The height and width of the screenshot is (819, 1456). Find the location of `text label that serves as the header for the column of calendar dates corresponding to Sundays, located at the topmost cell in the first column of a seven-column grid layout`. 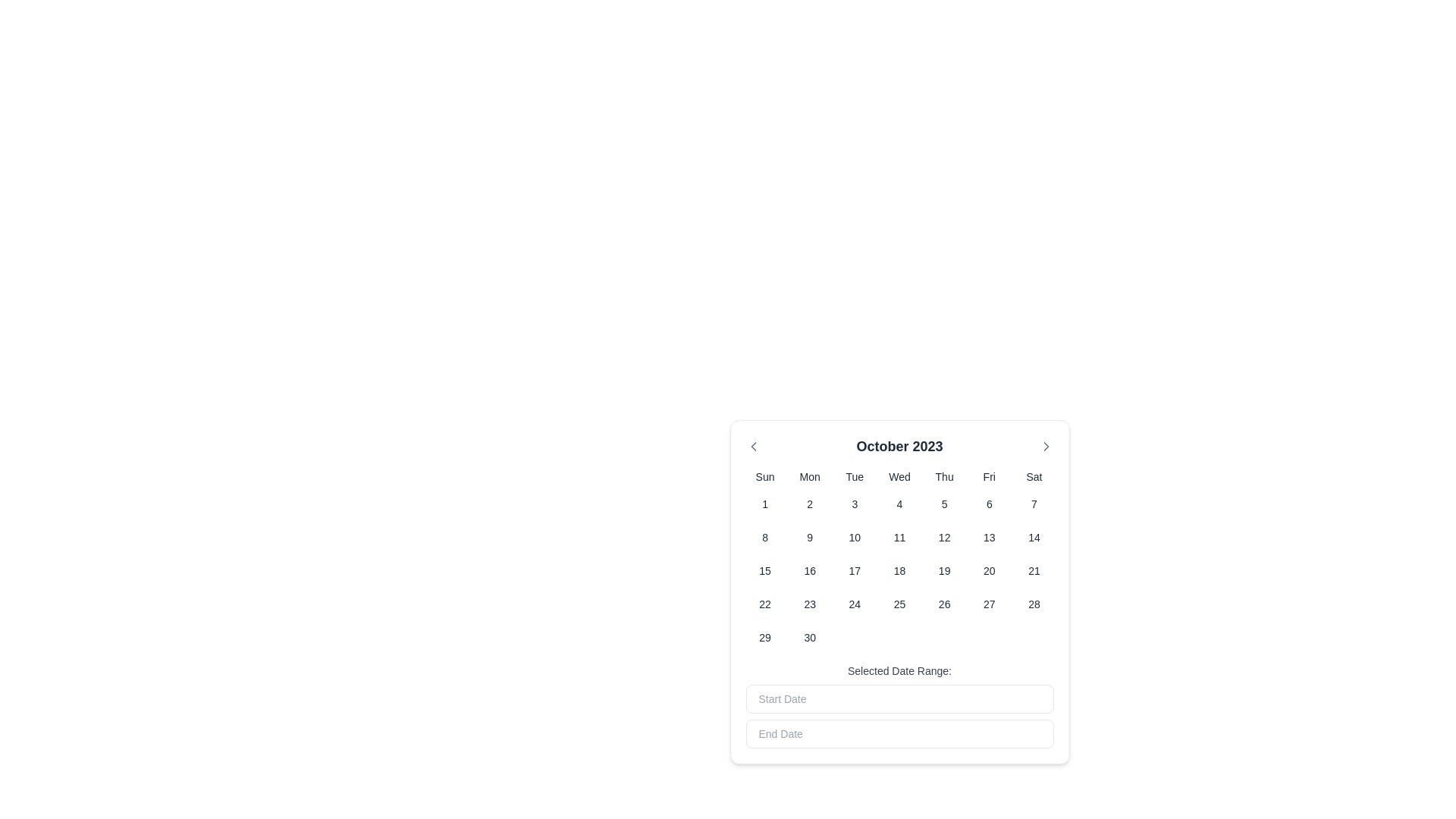

text label that serves as the header for the column of calendar dates corresponding to Sundays, located at the topmost cell in the first column of a seven-column grid layout is located at coordinates (765, 475).